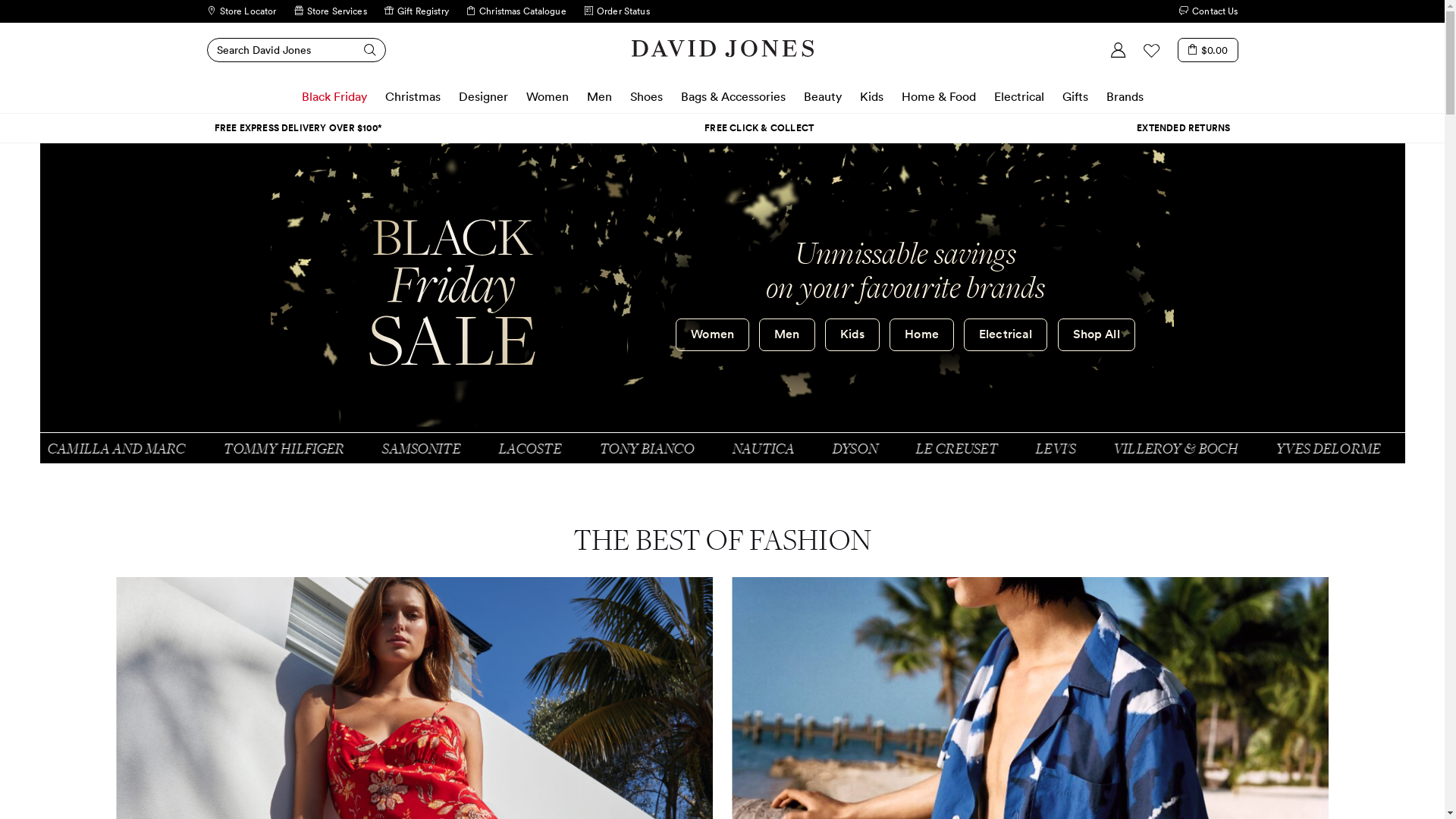  I want to click on 'Christmas Catalogue', so click(516, 11).